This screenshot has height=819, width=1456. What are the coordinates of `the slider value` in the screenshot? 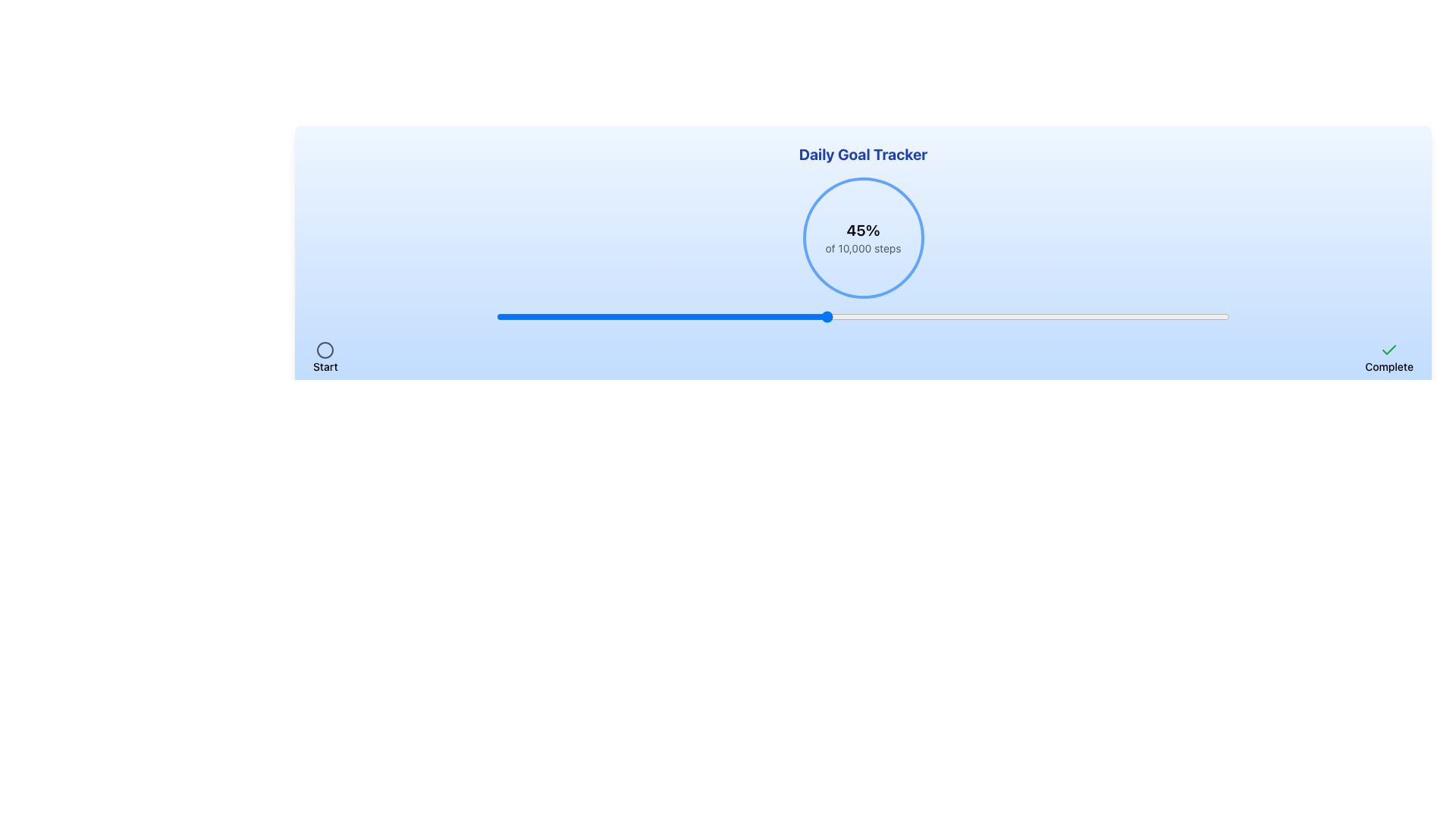 It's located at (1009, 315).